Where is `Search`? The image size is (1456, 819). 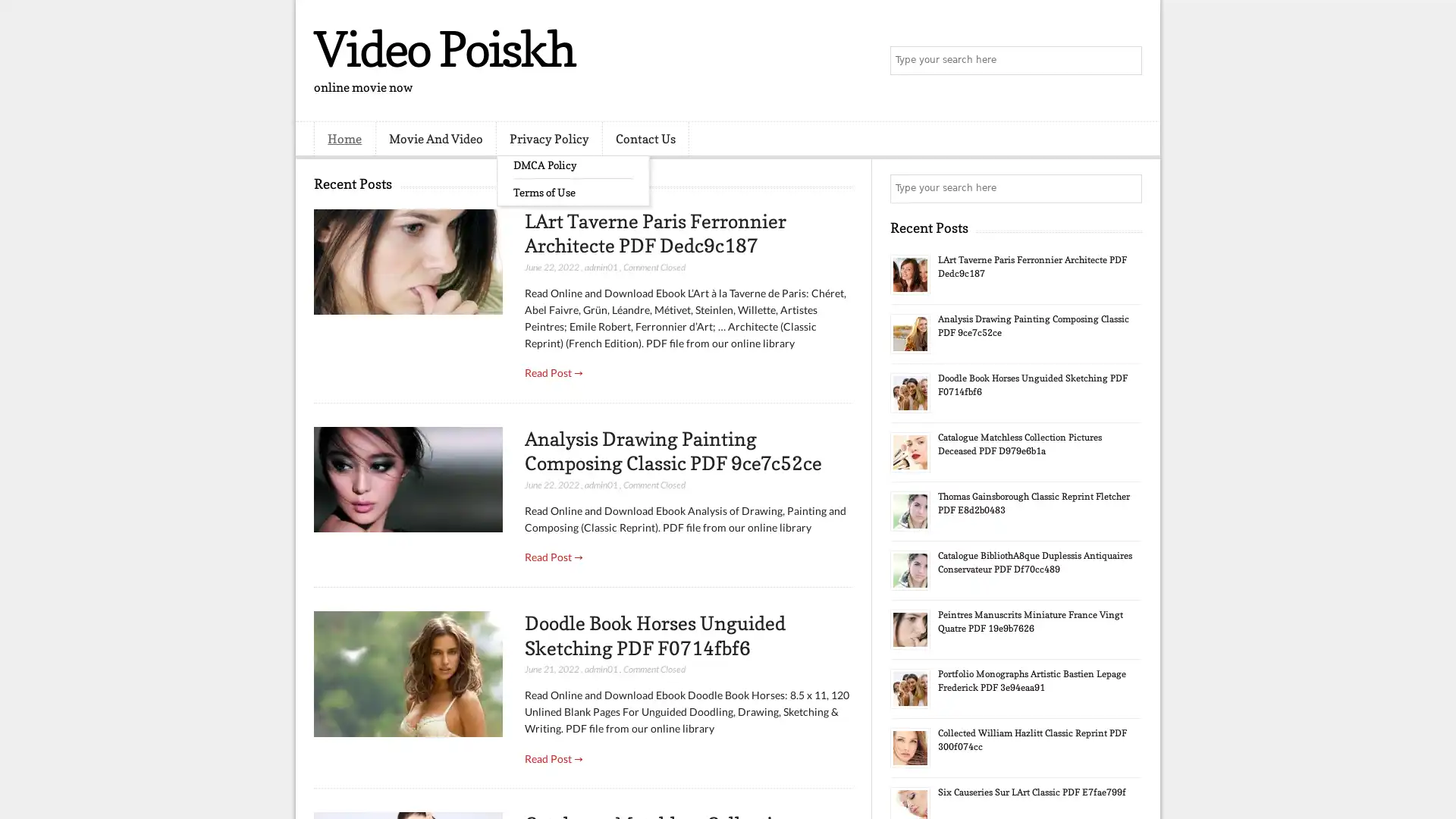
Search is located at coordinates (1126, 61).